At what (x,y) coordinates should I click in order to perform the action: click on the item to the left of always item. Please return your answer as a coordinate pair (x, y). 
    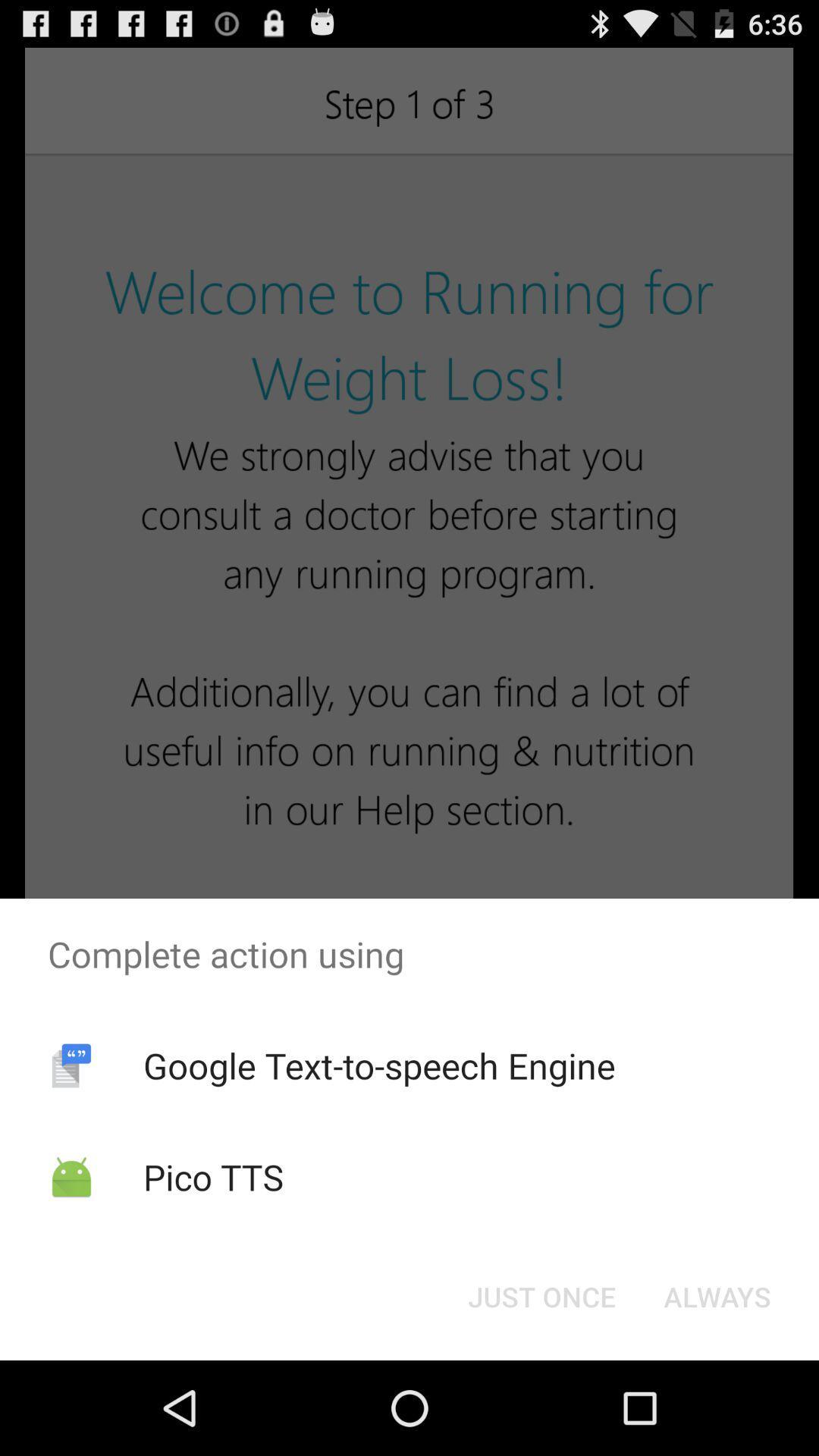
    Looking at the image, I should click on (541, 1295).